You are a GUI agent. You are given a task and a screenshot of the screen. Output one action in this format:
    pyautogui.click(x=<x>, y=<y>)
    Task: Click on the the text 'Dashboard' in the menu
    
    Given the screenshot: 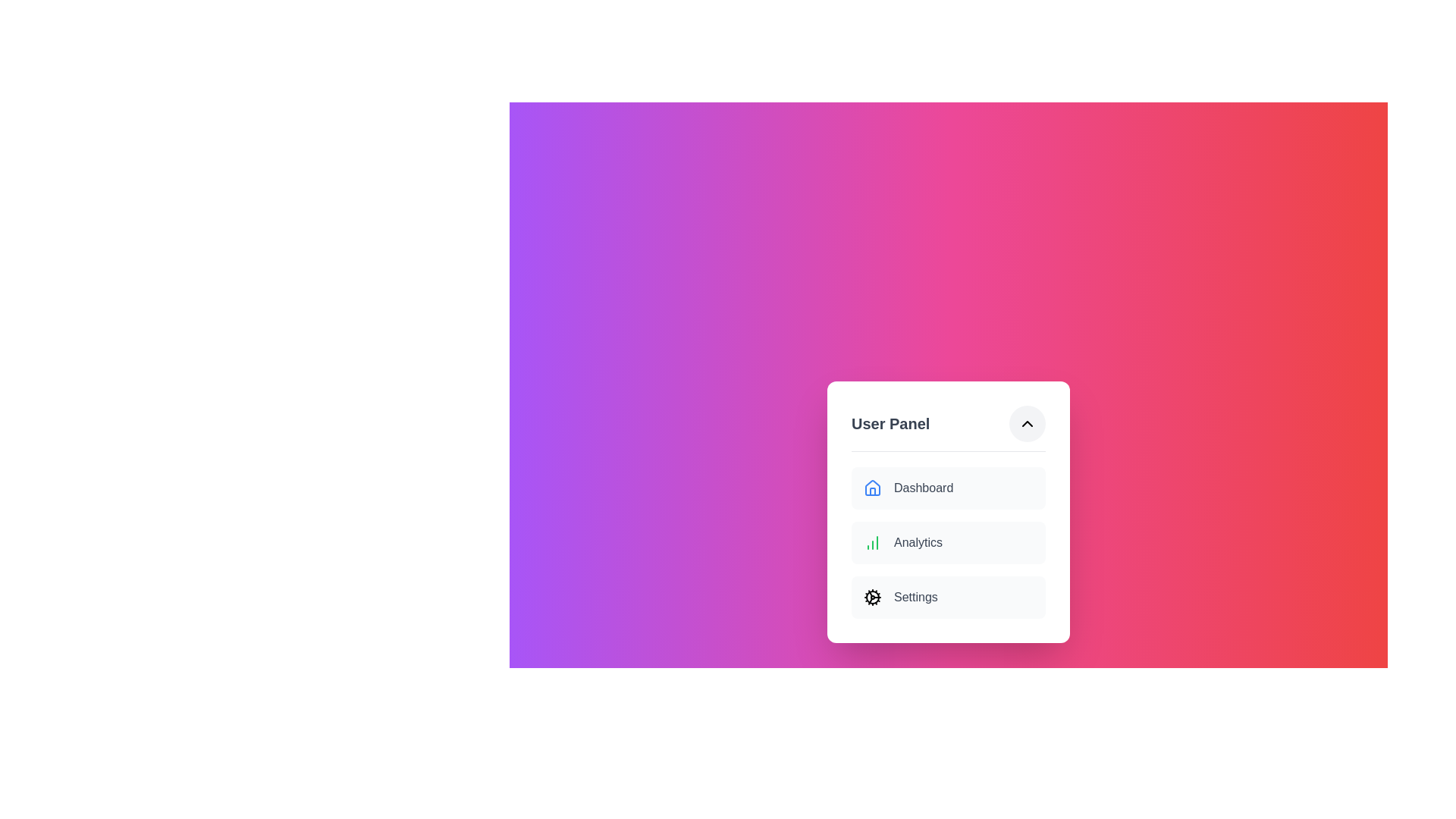 What is the action you would take?
    pyautogui.click(x=948, y=488)
    